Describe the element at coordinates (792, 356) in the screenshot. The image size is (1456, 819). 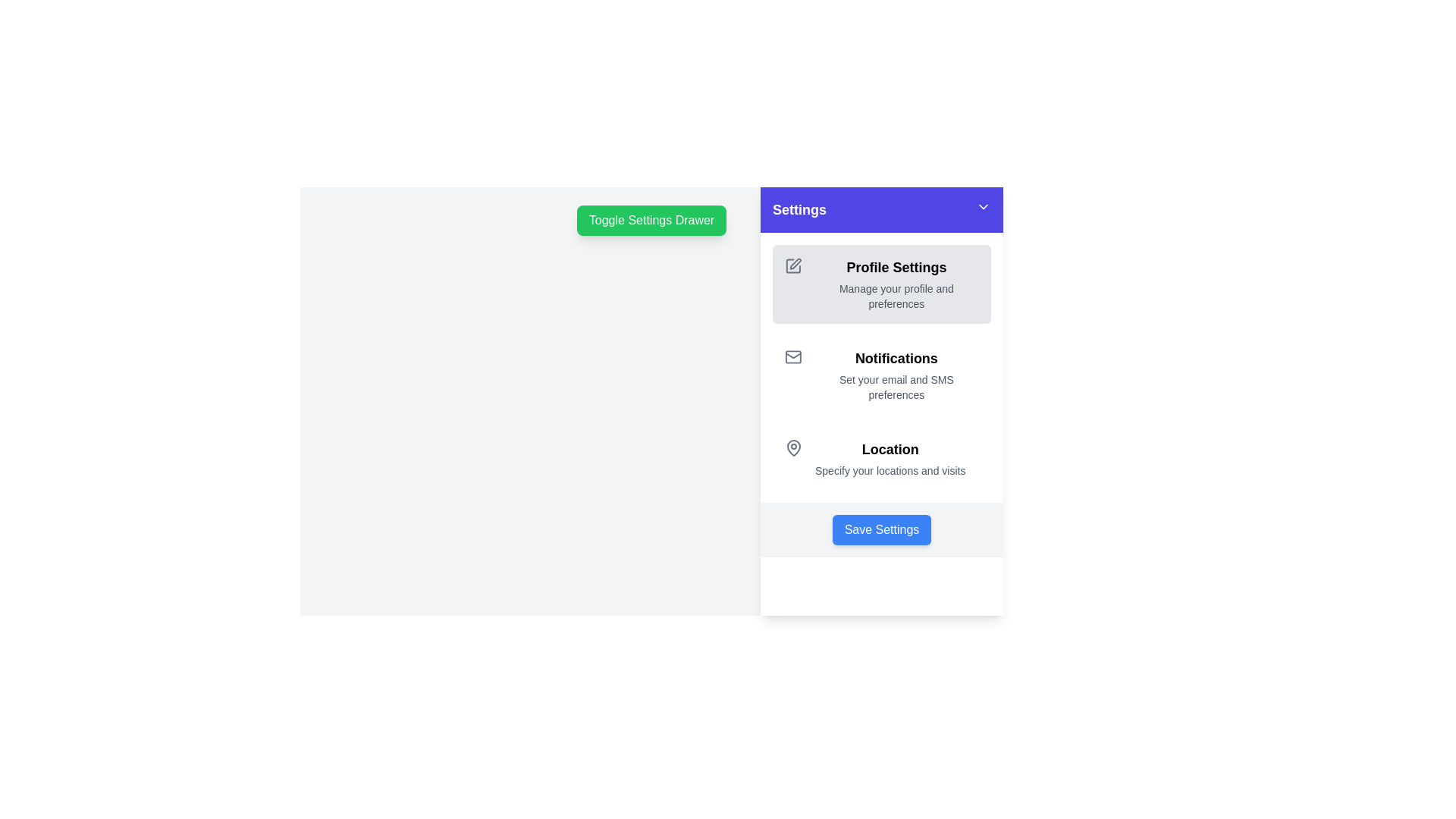
I see `the envelope icon in the Notifications section of the settings panel, which is styled in gray and resembles a mail symbol` at that location.